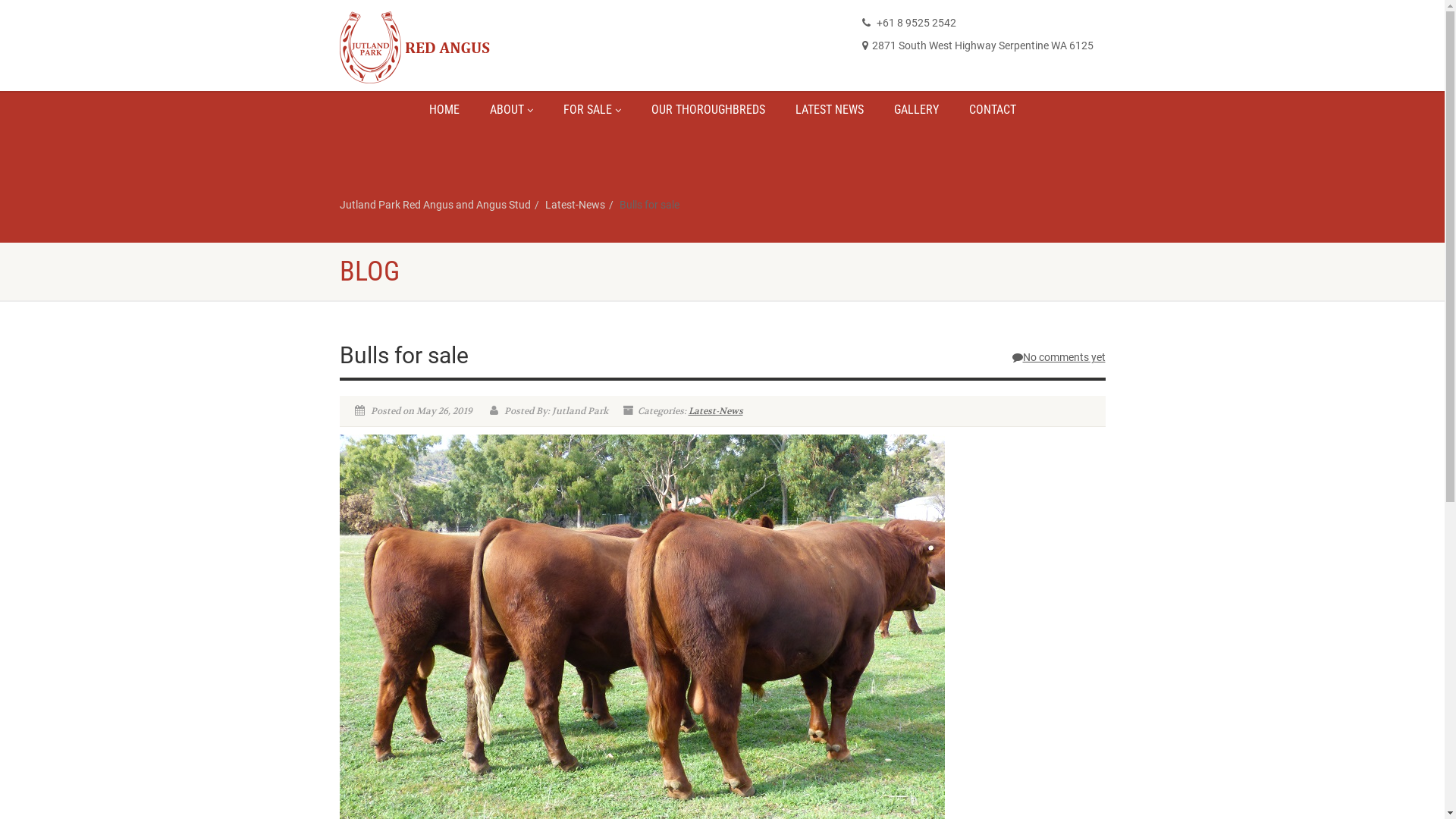 The height and width of the screenshot is (819, 1456). What do you see at coordinates (443, 109) in the screenshot?
I see `'HOME'` at bounding box center [443, 109].